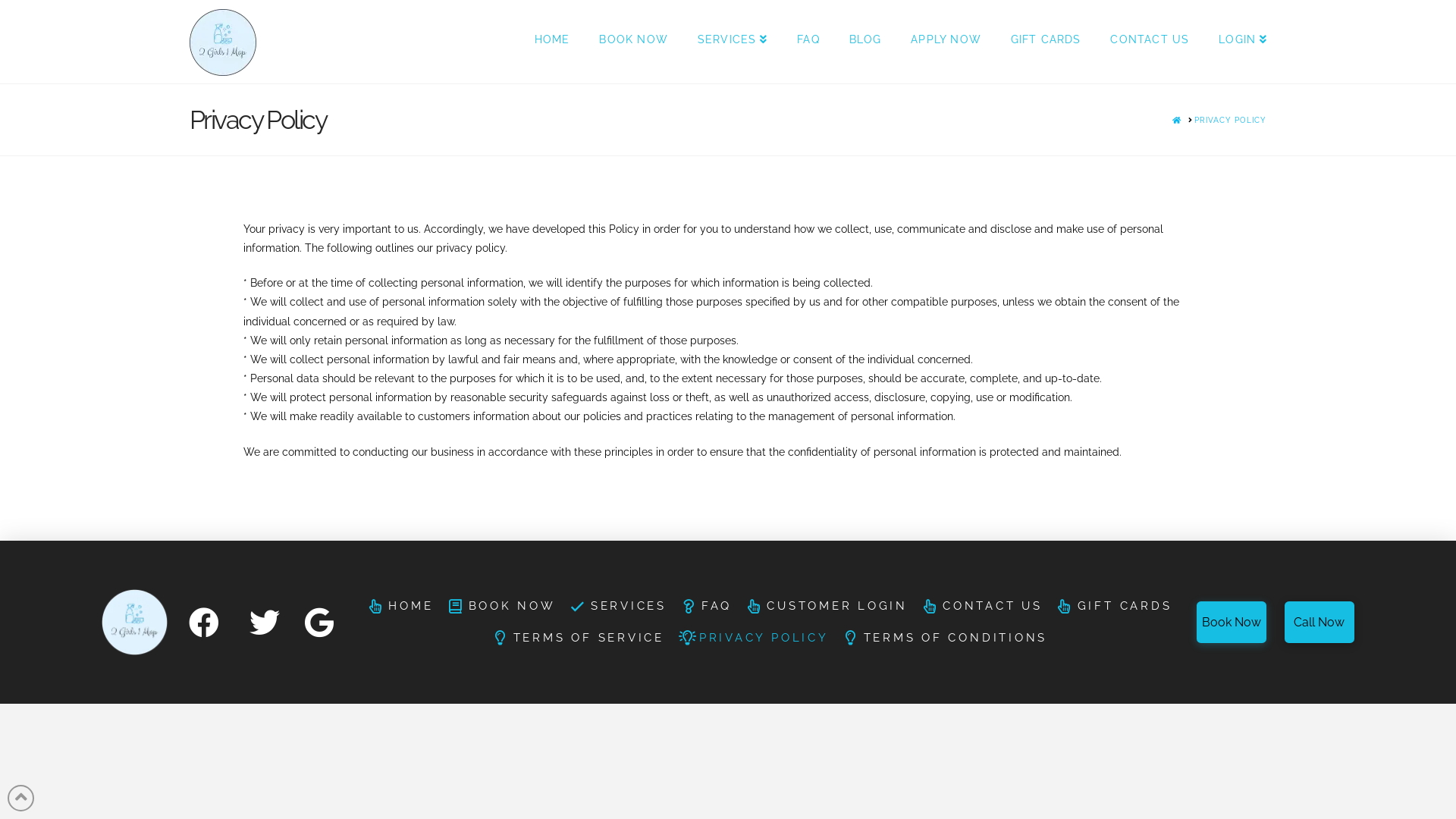 The image size is (1456, 819). What do you see at coordinates (945, 40) in the screenshot?
I see `'APPLY NOW'` at bounding box center [945, 40].